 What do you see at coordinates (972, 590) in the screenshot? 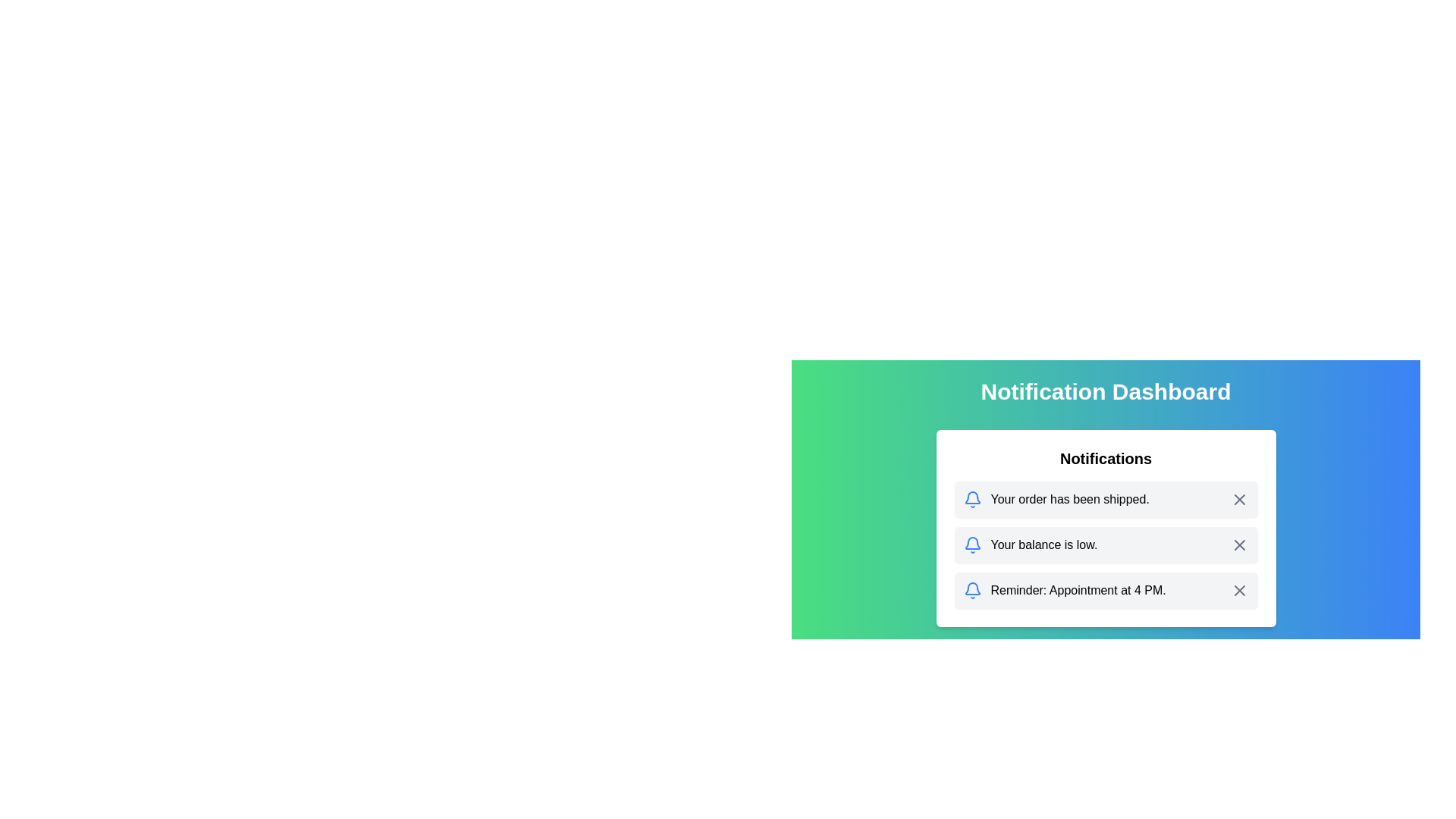
I see `the notification icon located on the far left next to the text 'Reminder: Appointment at 4 PM'` at bounding box center [972, 590].